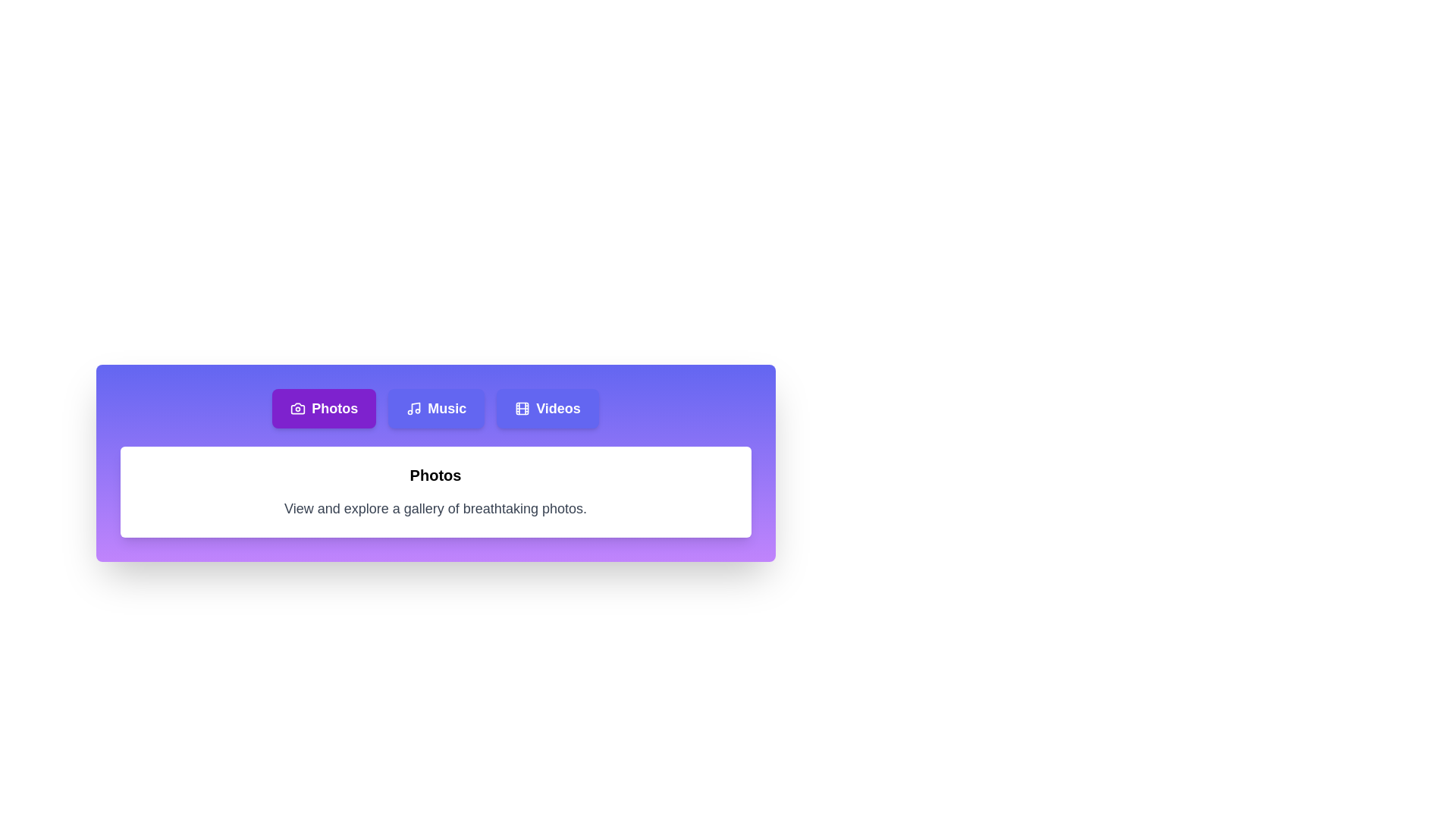 This screenshot has height=819, width=1456. What do you see at coordinates (435, 408) in the screenshot?
I see `the Music tab to analyze its transition effect` at bounding box center [435, 408].